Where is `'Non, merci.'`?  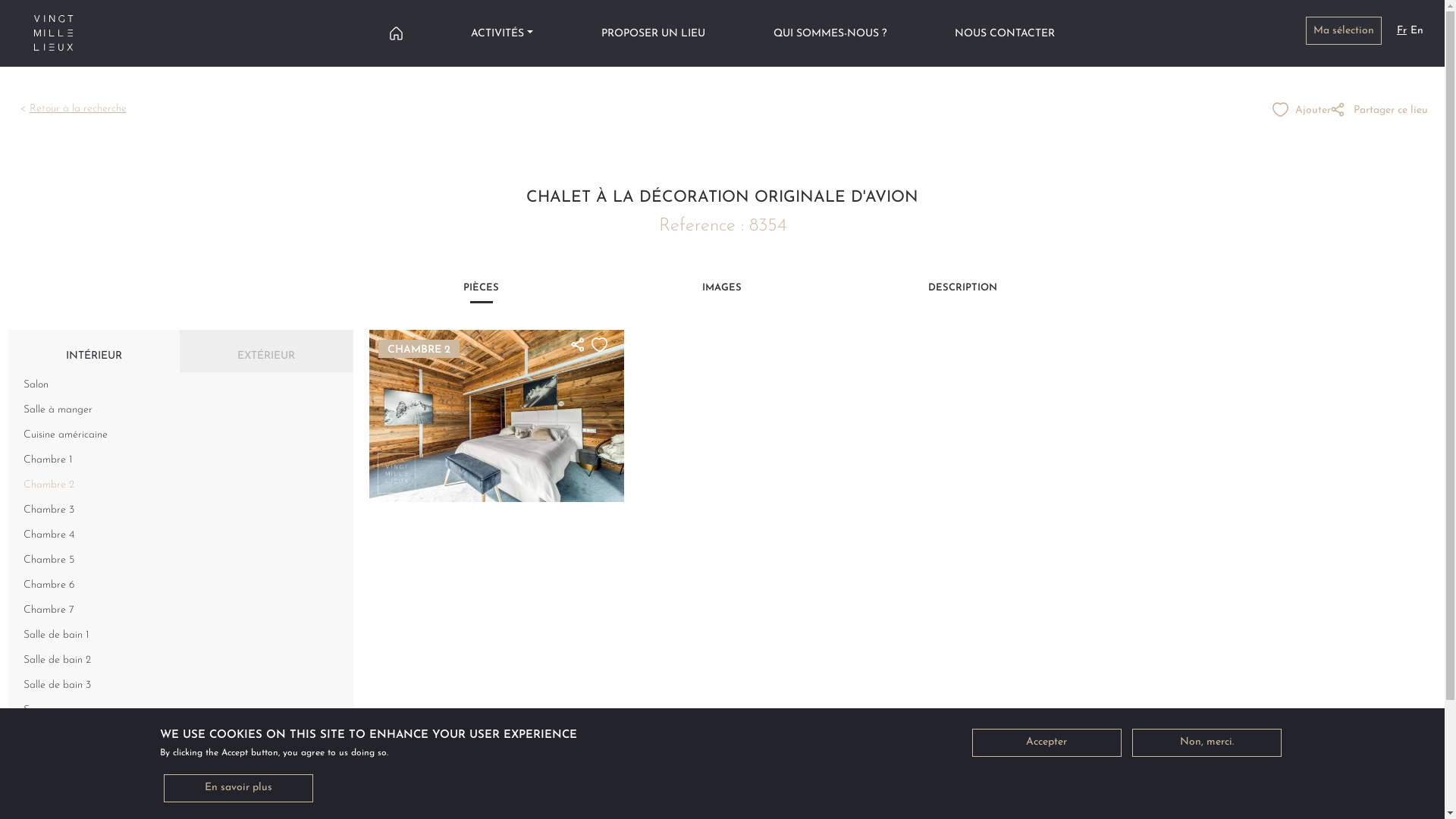
'Non, merci.' is located at coordinates (1205, 742).